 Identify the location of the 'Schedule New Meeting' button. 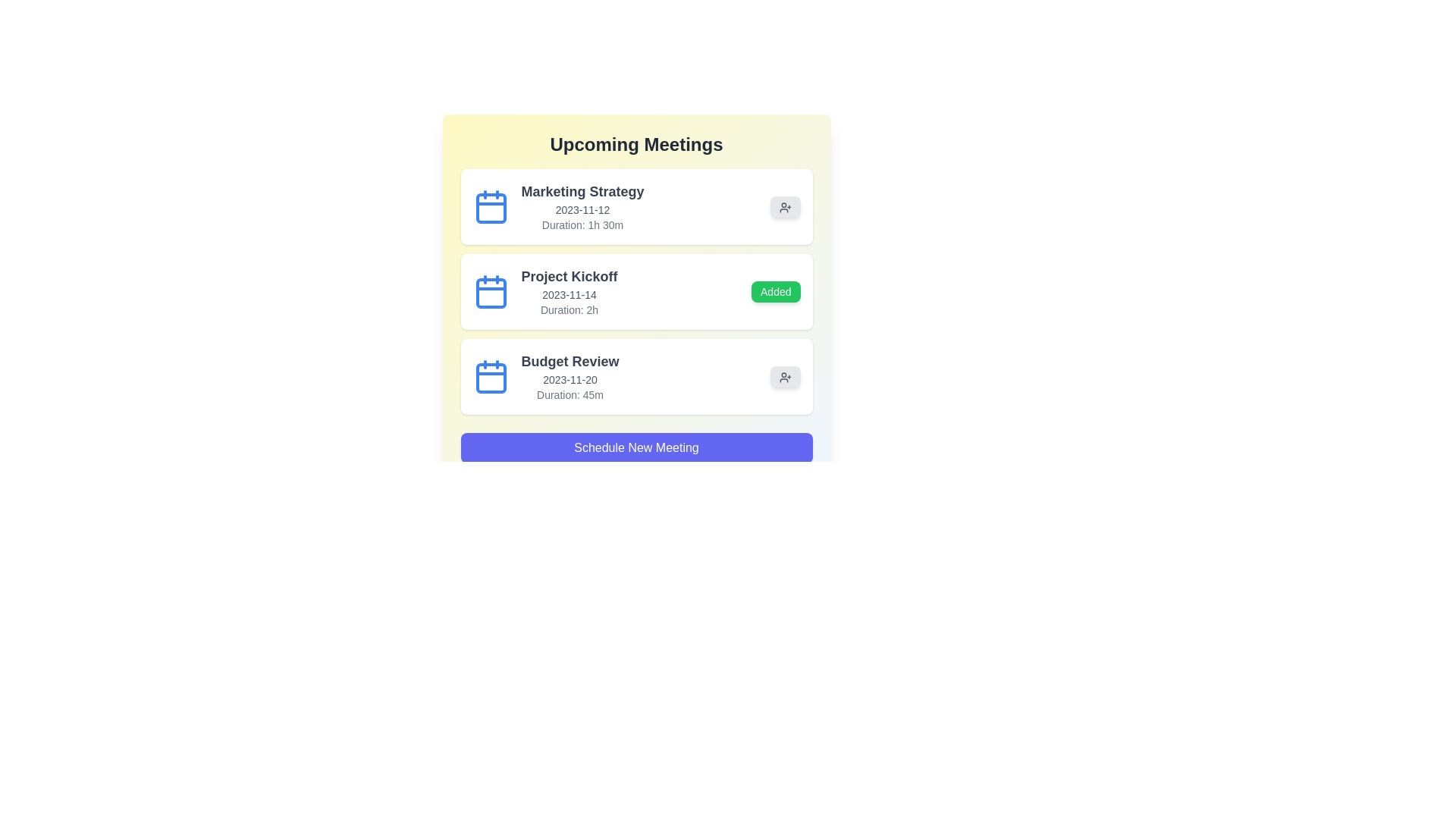
(636, 447).